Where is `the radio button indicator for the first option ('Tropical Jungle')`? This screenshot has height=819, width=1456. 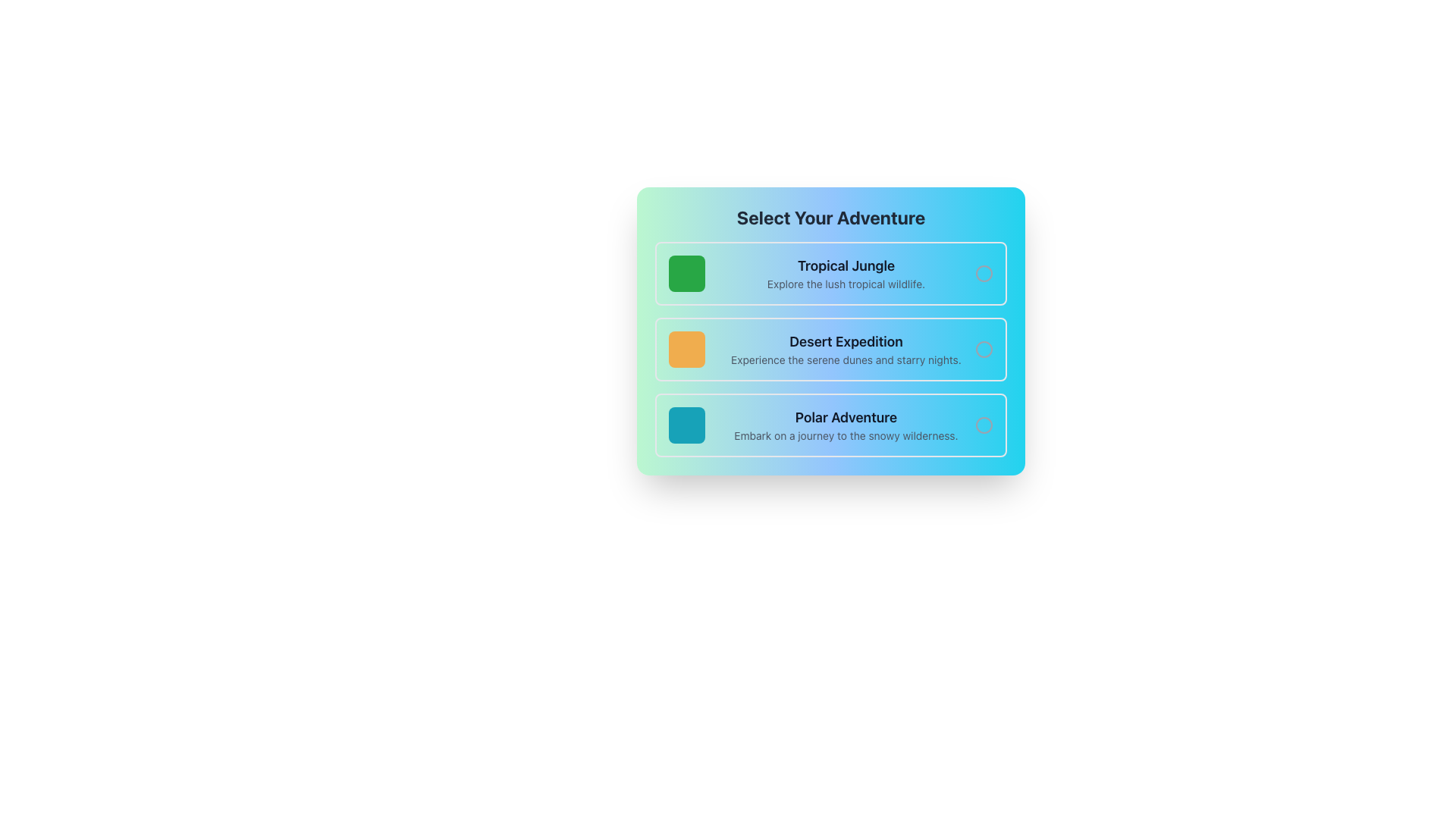 the radio button indicator for the first option ('Tropical Jungle') is located at coordinates (984, 274).